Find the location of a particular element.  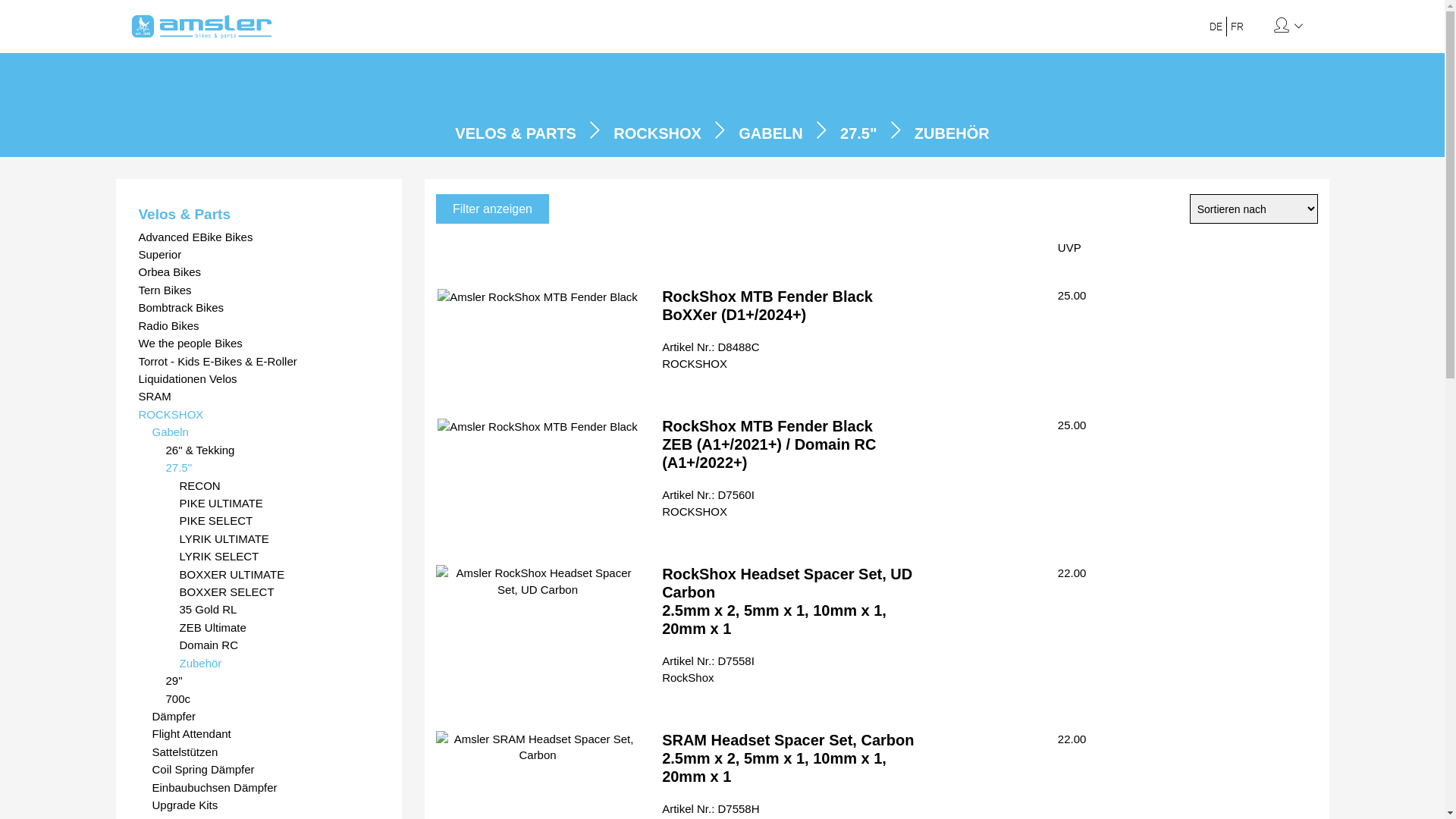

'Artikel Nr.: D7560I is located at coordinates (662, 503).